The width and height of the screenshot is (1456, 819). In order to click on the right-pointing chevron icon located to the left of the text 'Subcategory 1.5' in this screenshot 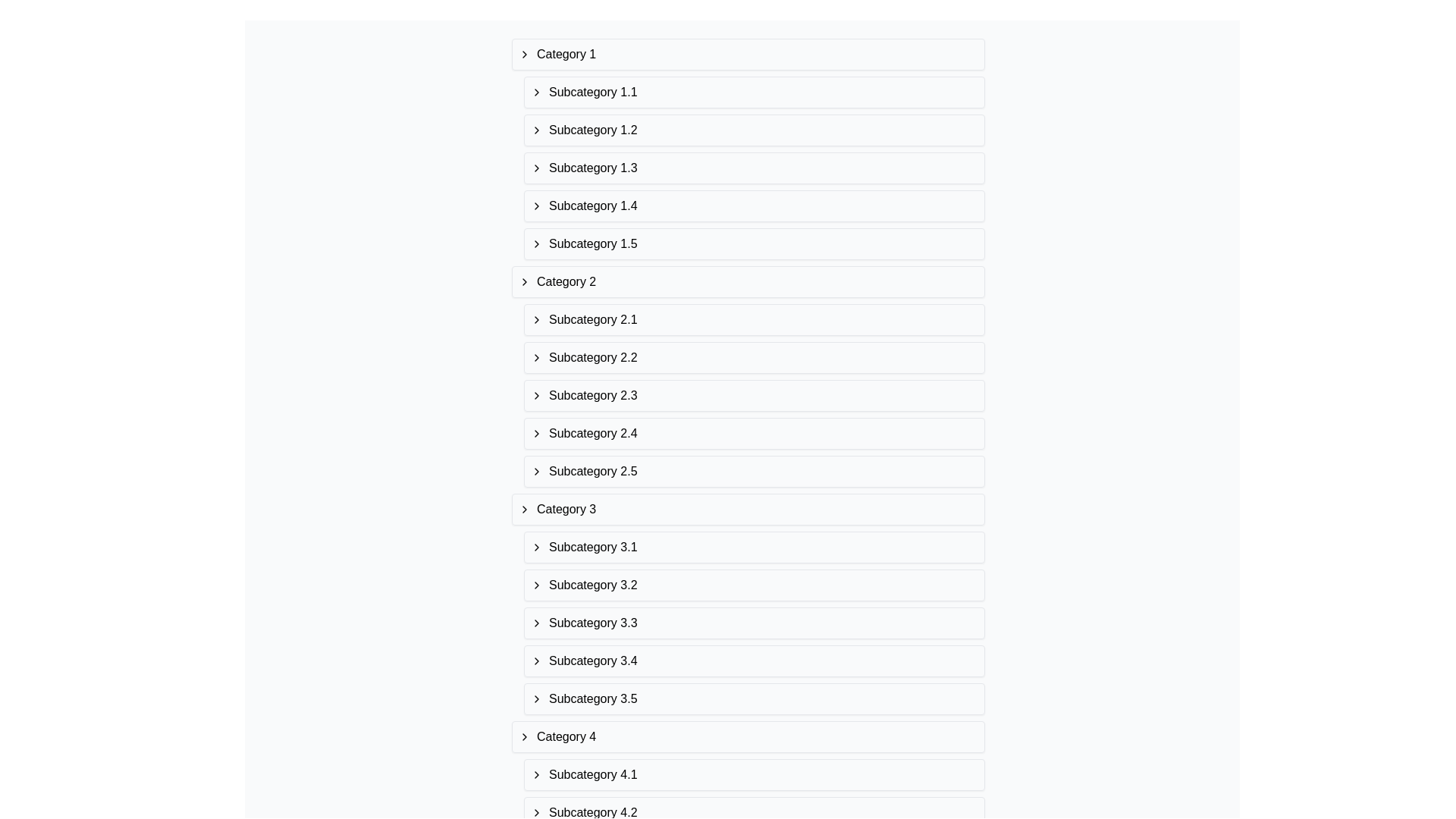, I will do `click(537, 243)`.